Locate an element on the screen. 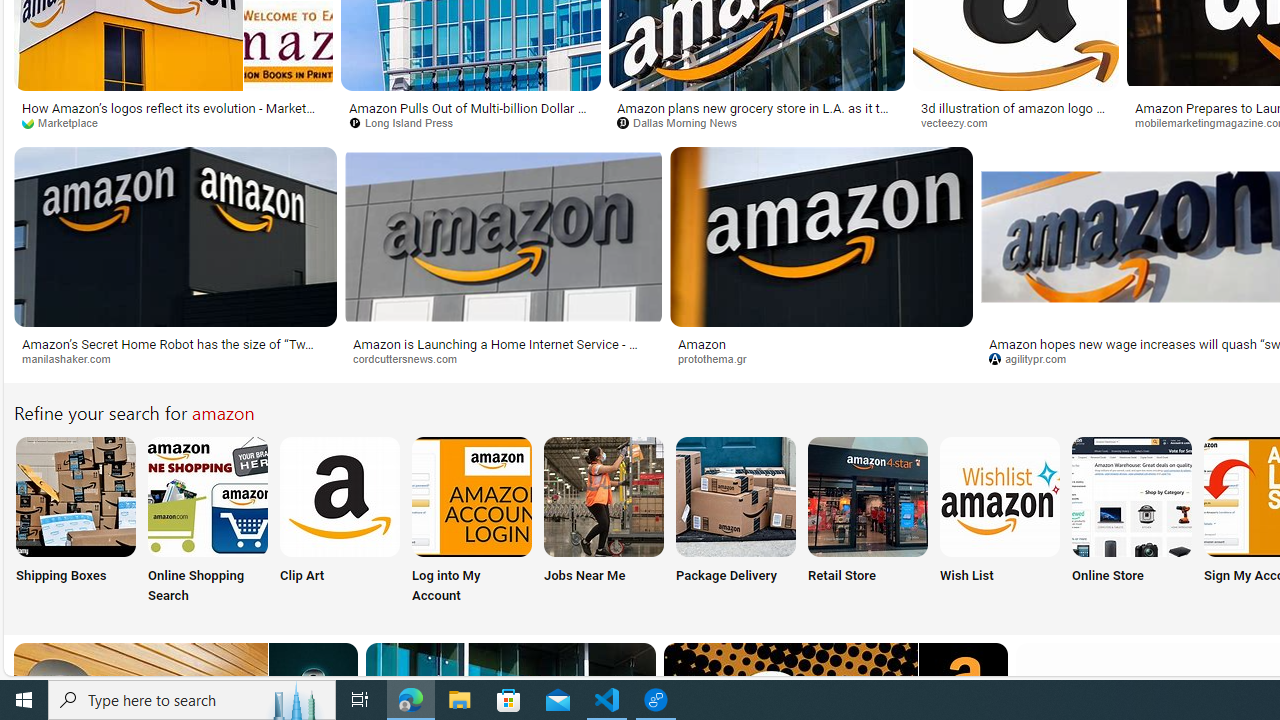 This screenshot has width=1280, height=720. 'manilashaker.com' is located at coordinates (73, 357).